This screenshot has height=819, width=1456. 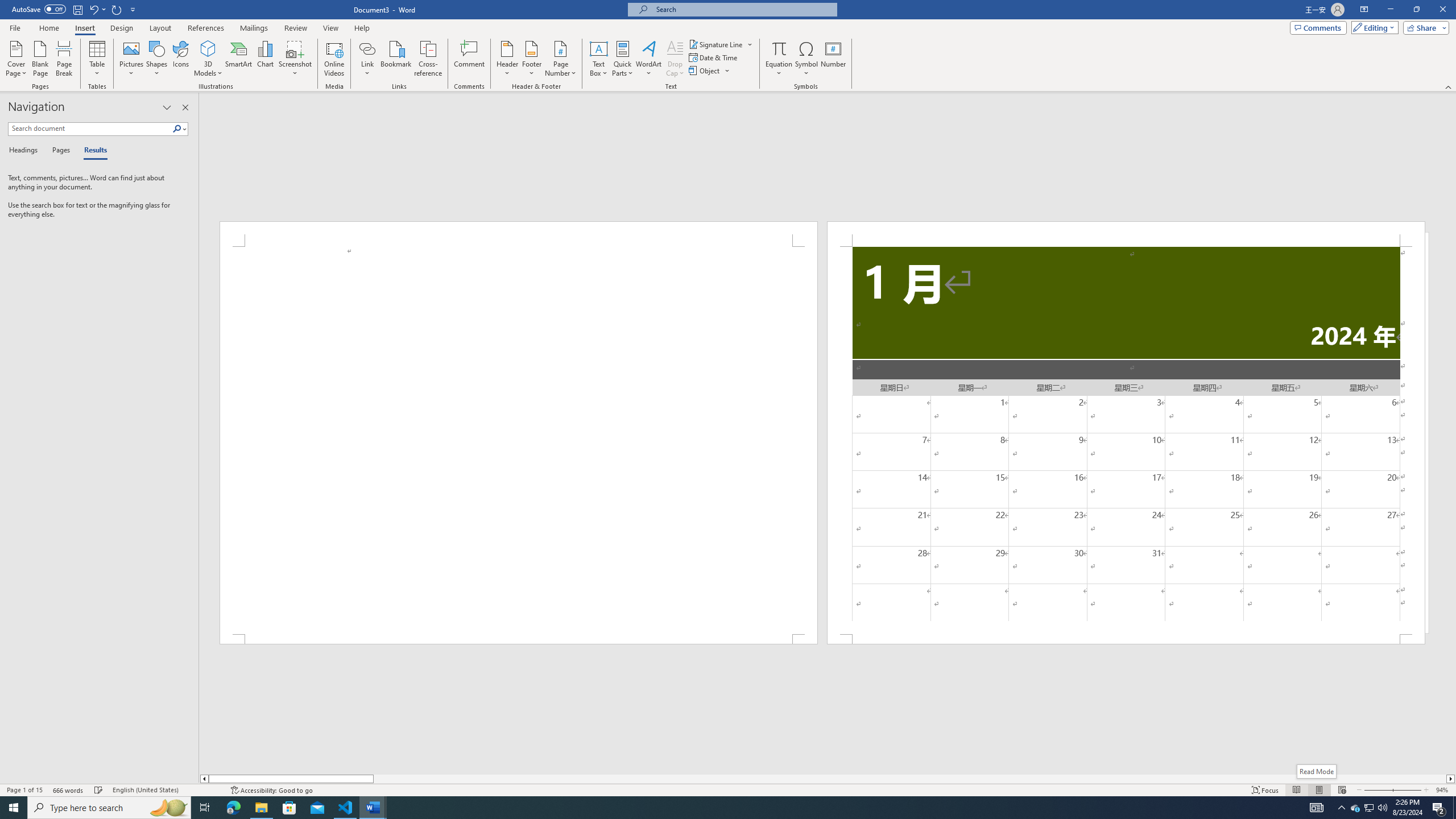 I want to click on 'Cross-reference...', so click(x=428, y=59).